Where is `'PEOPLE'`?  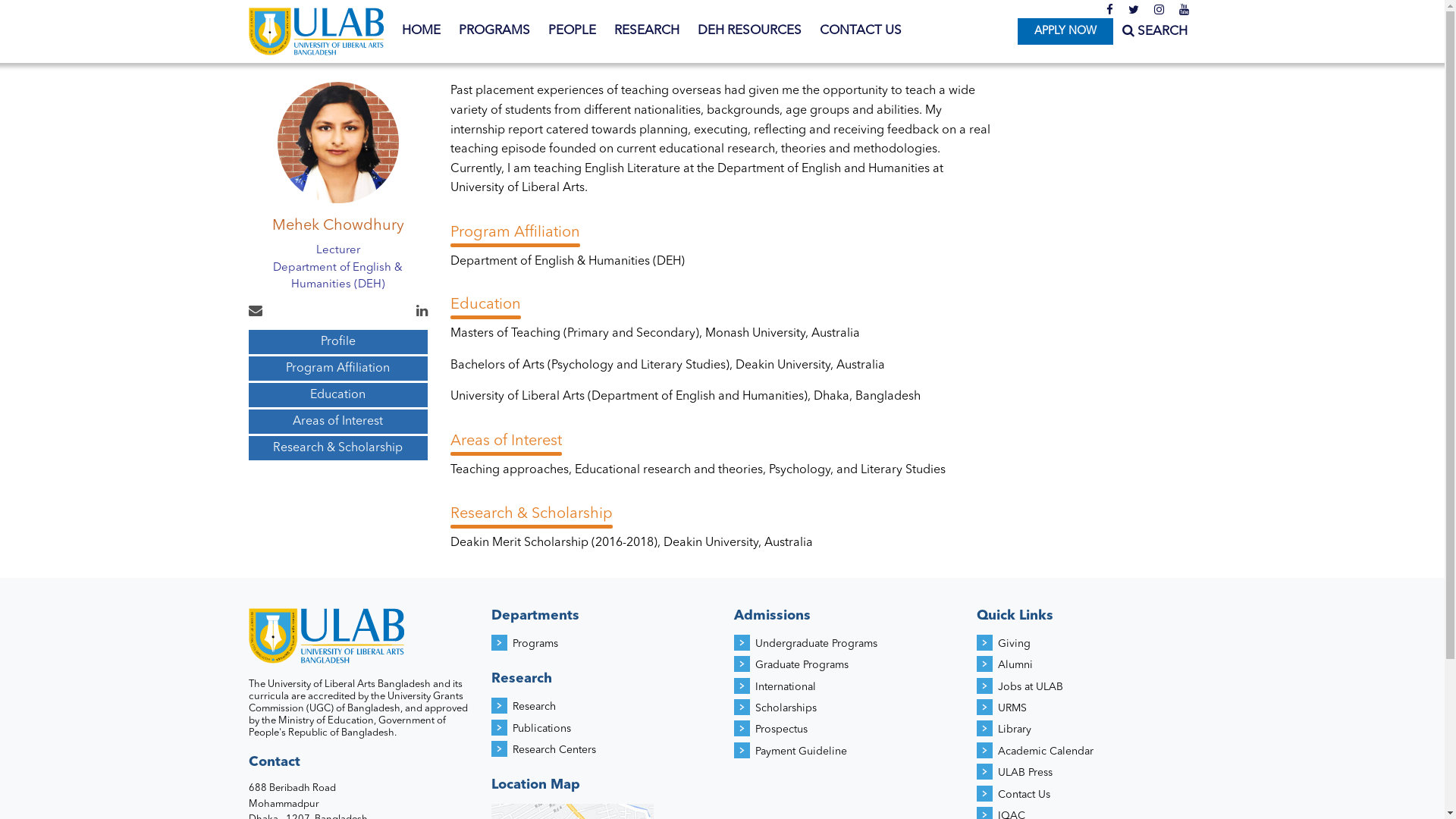 'PEOPLE' is located at coordinates (570, 31).